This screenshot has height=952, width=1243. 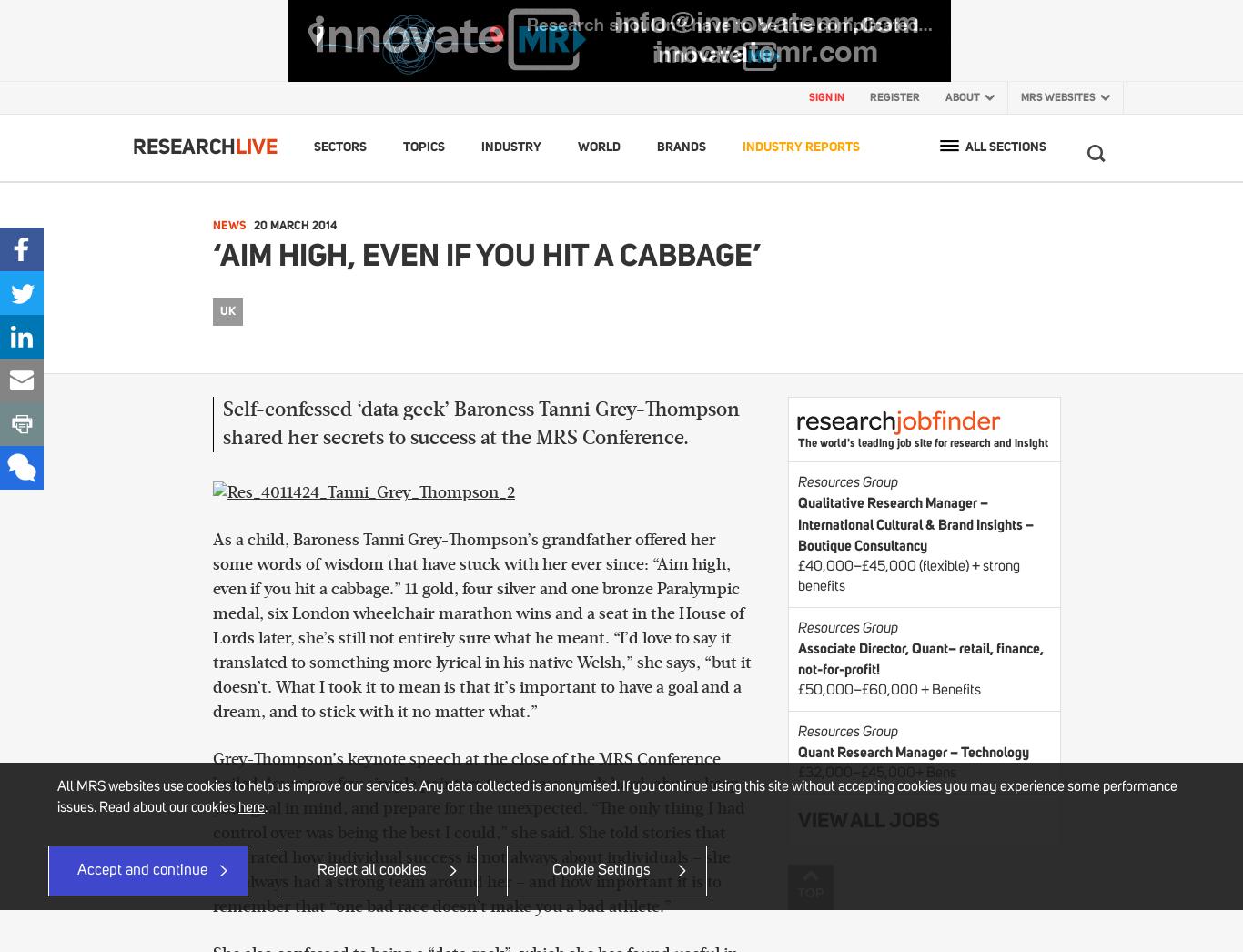 I want to click on 'UK', so click(x=227, y=309).